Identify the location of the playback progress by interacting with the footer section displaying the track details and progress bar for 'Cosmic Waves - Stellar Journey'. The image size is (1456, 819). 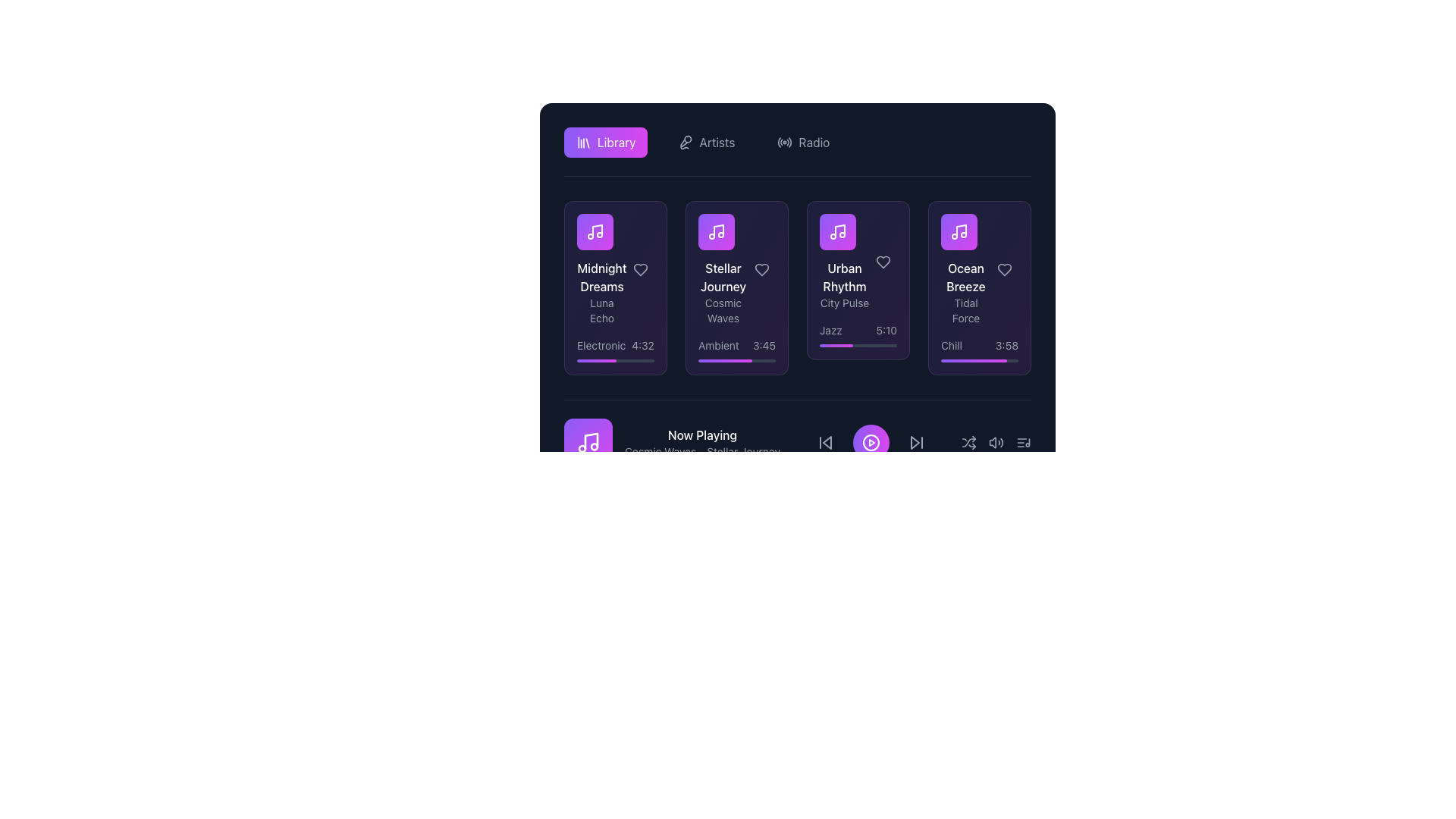
(796, 450).